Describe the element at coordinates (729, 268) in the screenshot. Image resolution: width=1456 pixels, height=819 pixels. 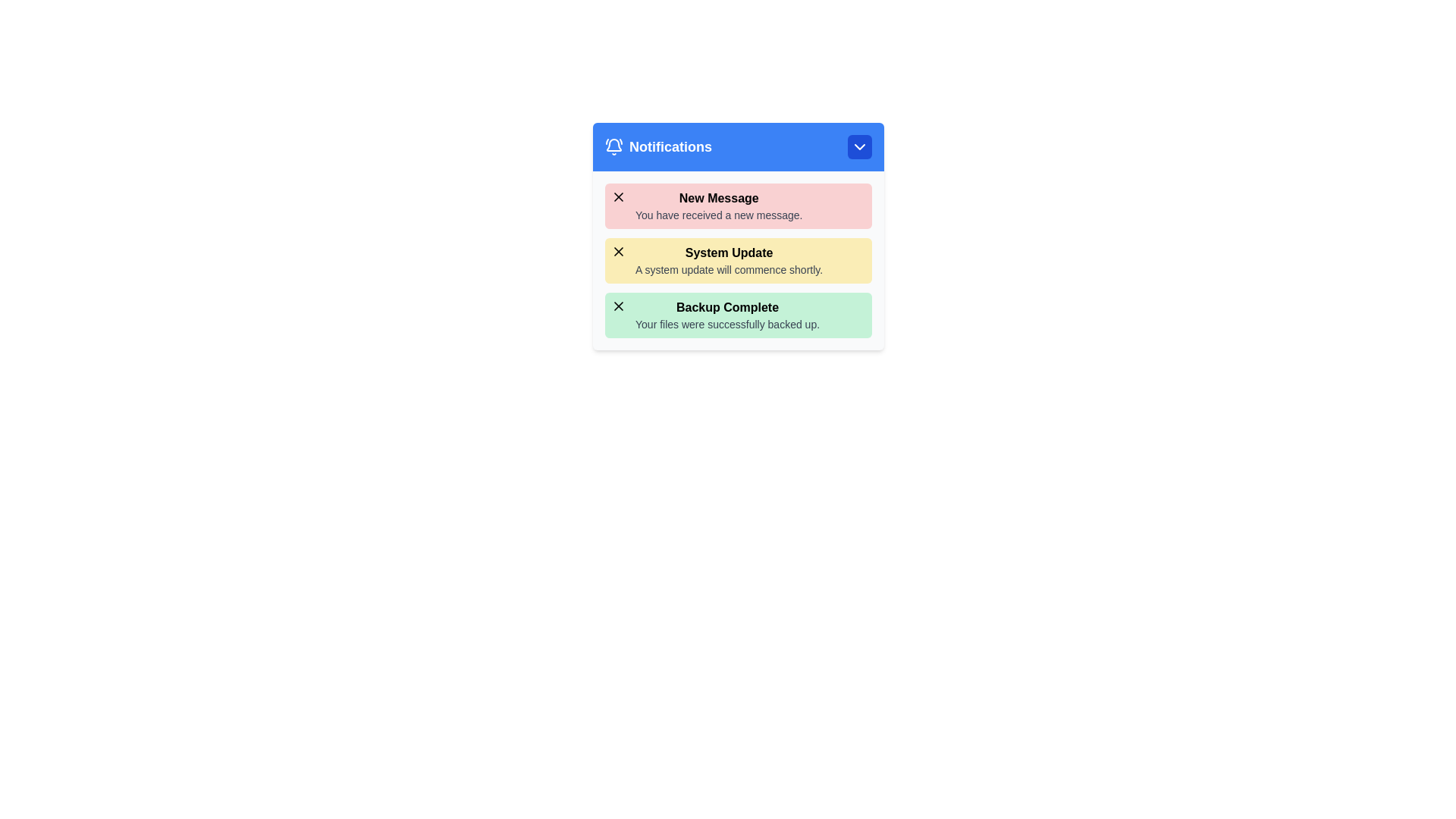
I see `static text that says 'A system update will commence shortly.' which is displayed in a smaller gray font and is surrounded by a yellow background, located beneath the header 'System Update'` at that location.